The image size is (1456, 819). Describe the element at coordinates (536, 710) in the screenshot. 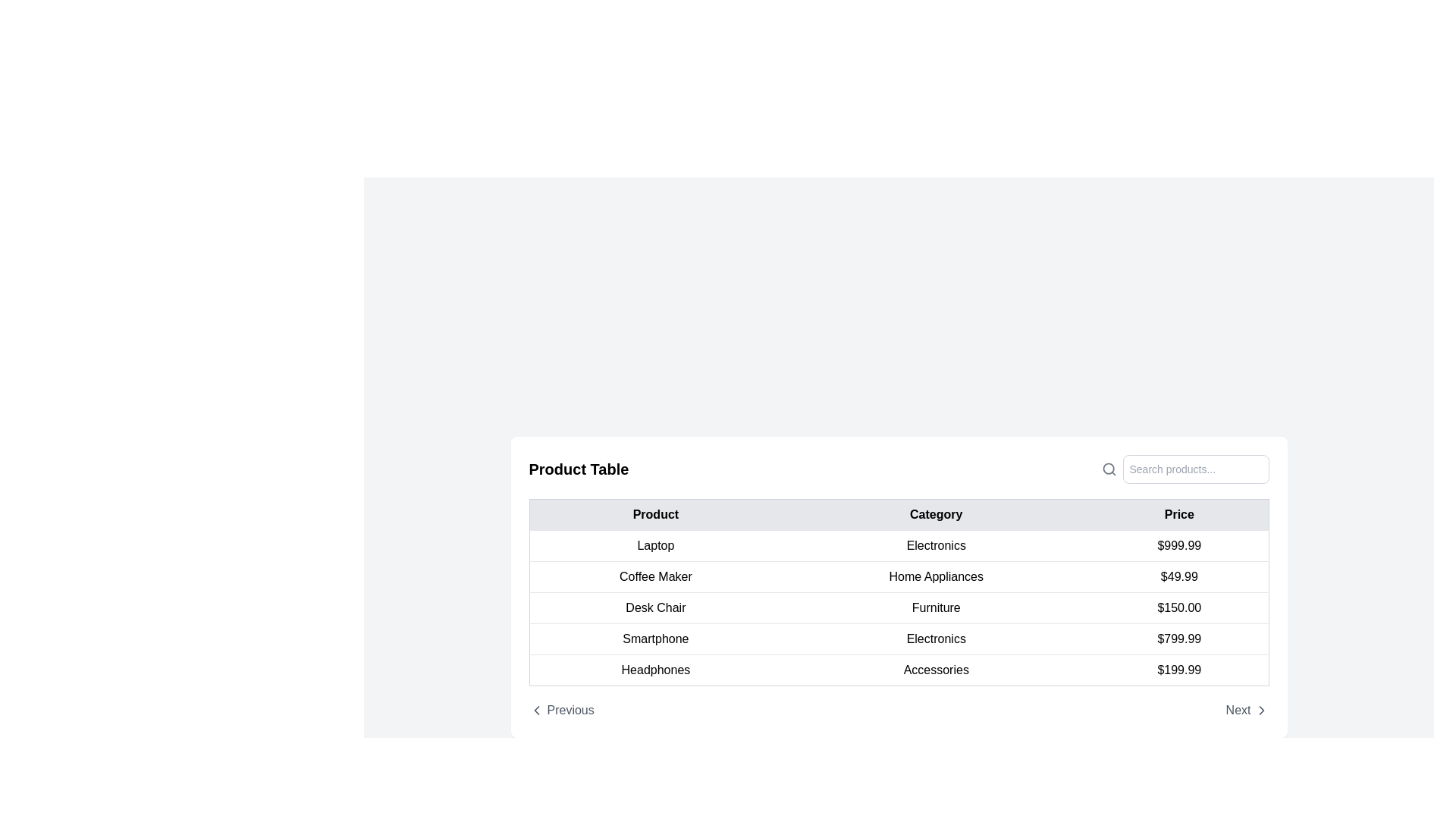

I see `the left-facing chevron icon used for navigation, located near the bottom left corner of the table interface alongside the 'Previous' button` at that location.